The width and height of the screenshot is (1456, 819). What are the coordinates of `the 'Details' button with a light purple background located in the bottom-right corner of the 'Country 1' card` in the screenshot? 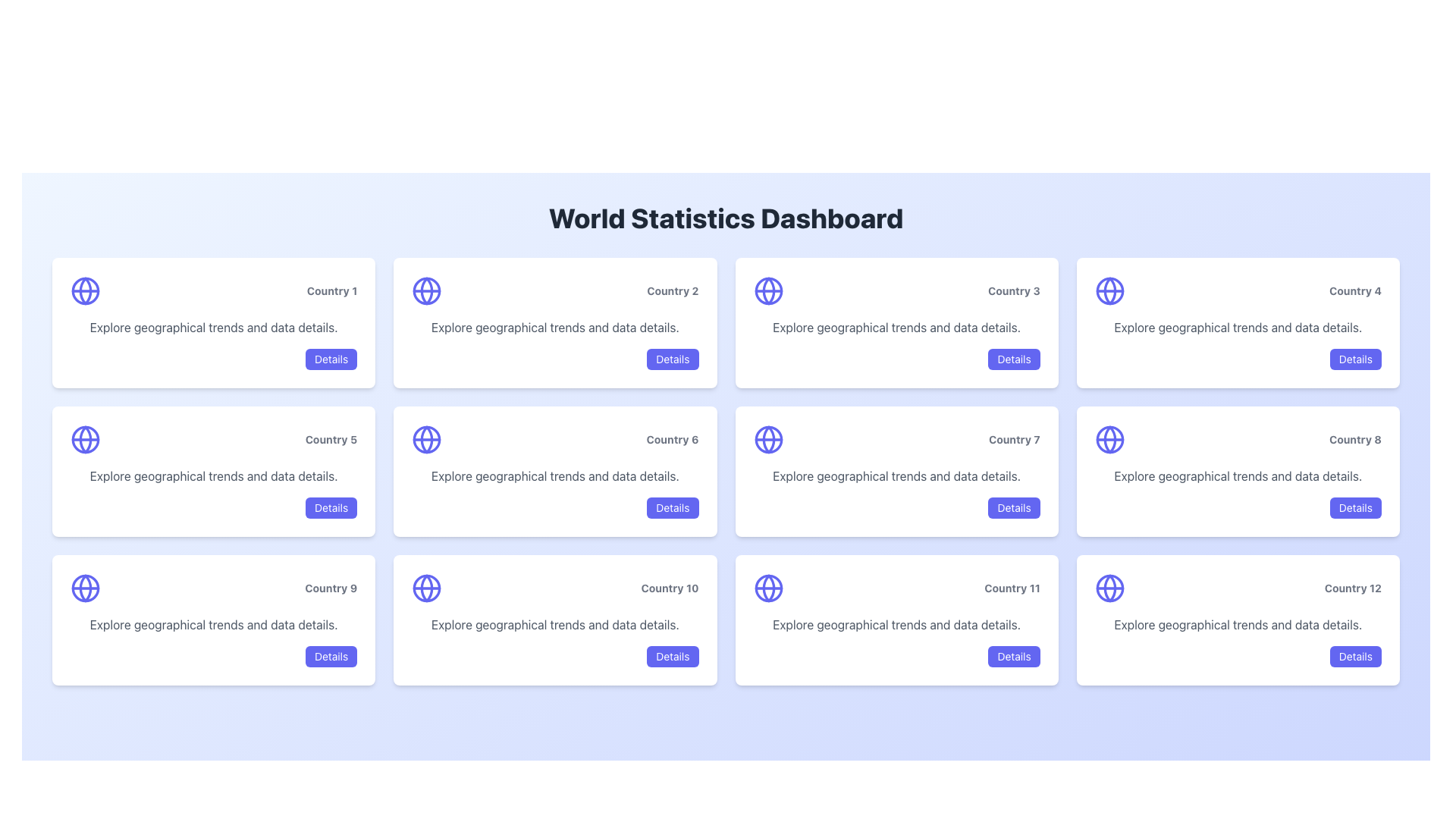 It's located at (331, 359).